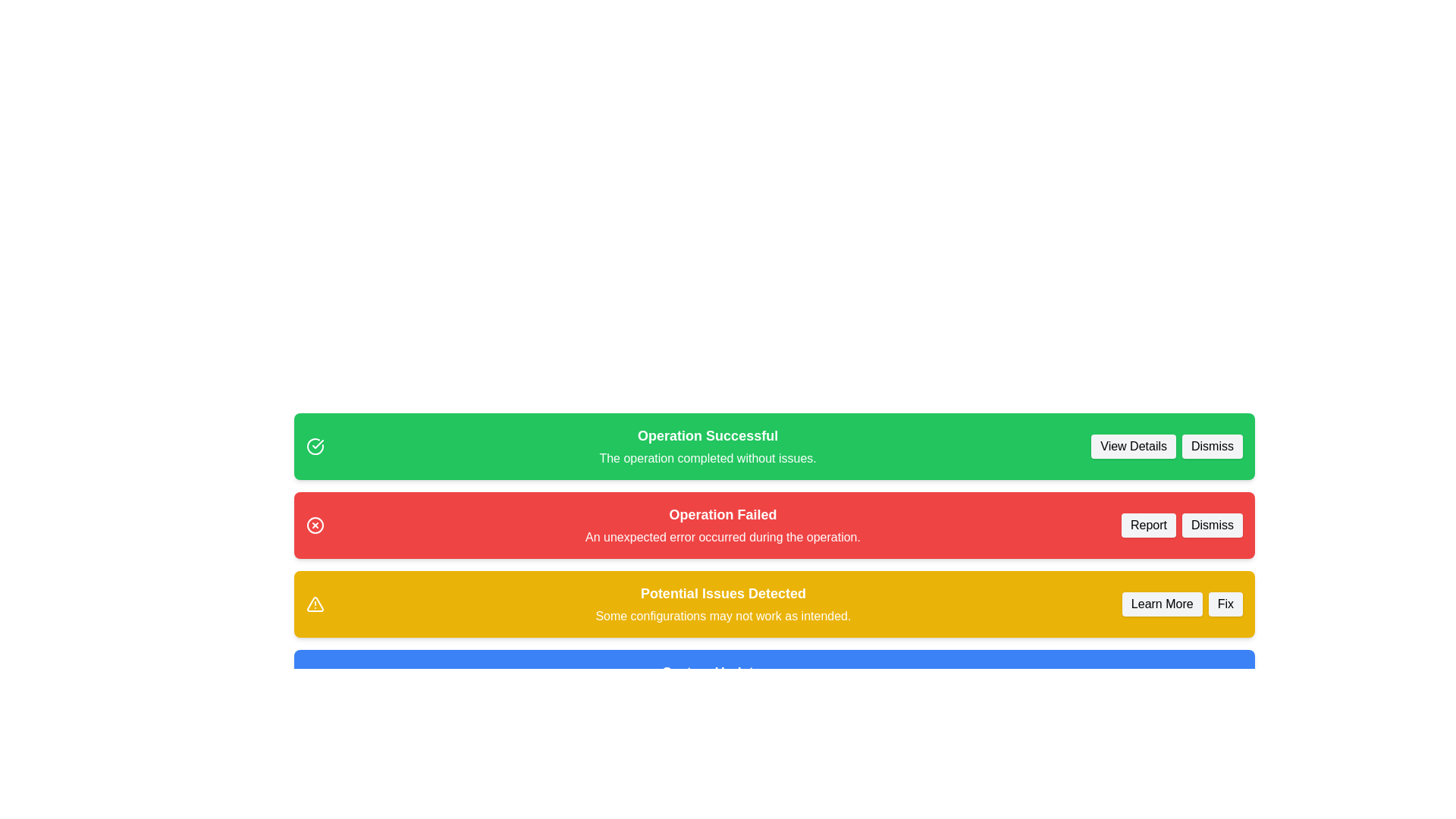 This screenshot has height=819, width=1456. I want to click on the success icon located at the top left of the green notification panel, which indicates a successful operation, if it is interactive, so click(317, 444).